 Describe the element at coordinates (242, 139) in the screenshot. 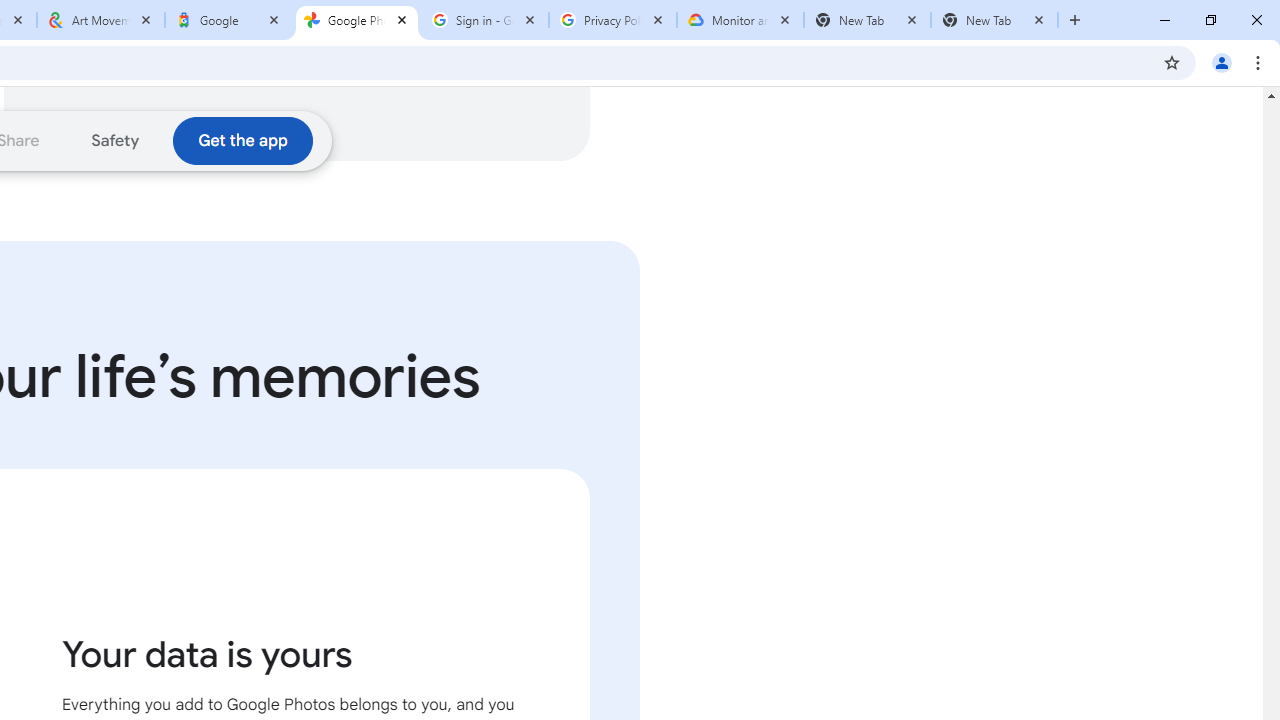

I see `'Download the Google Photos app'` at that location.